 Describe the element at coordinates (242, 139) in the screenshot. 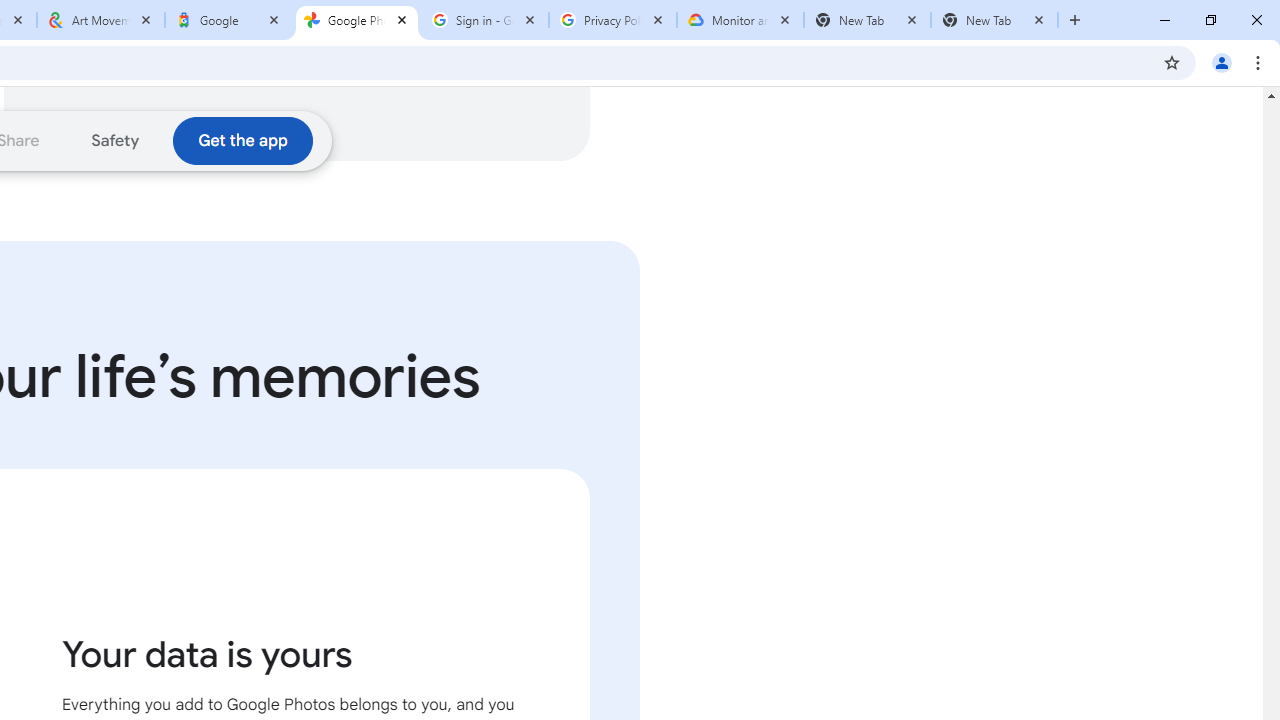

I see `'Download the Google Photos app'` at that location.